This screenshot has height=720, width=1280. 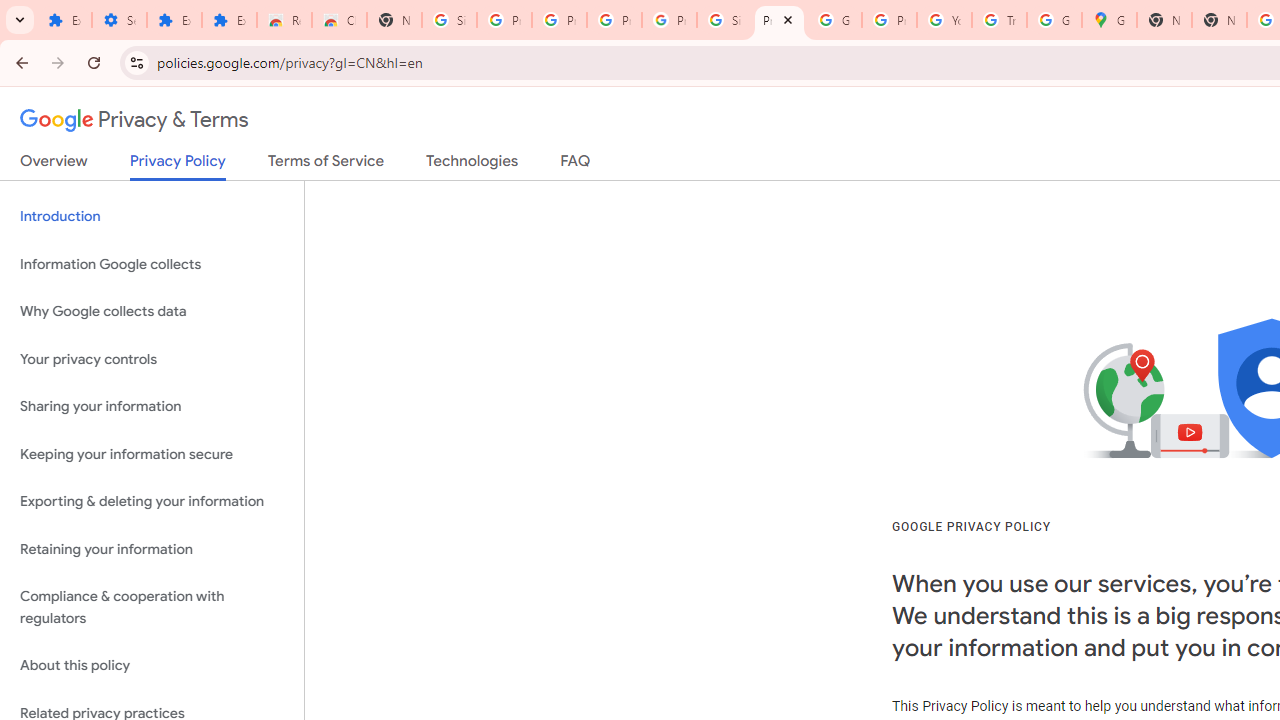 I want to click on 'Sign in - Google Accounts', so click(x=724, y=20).